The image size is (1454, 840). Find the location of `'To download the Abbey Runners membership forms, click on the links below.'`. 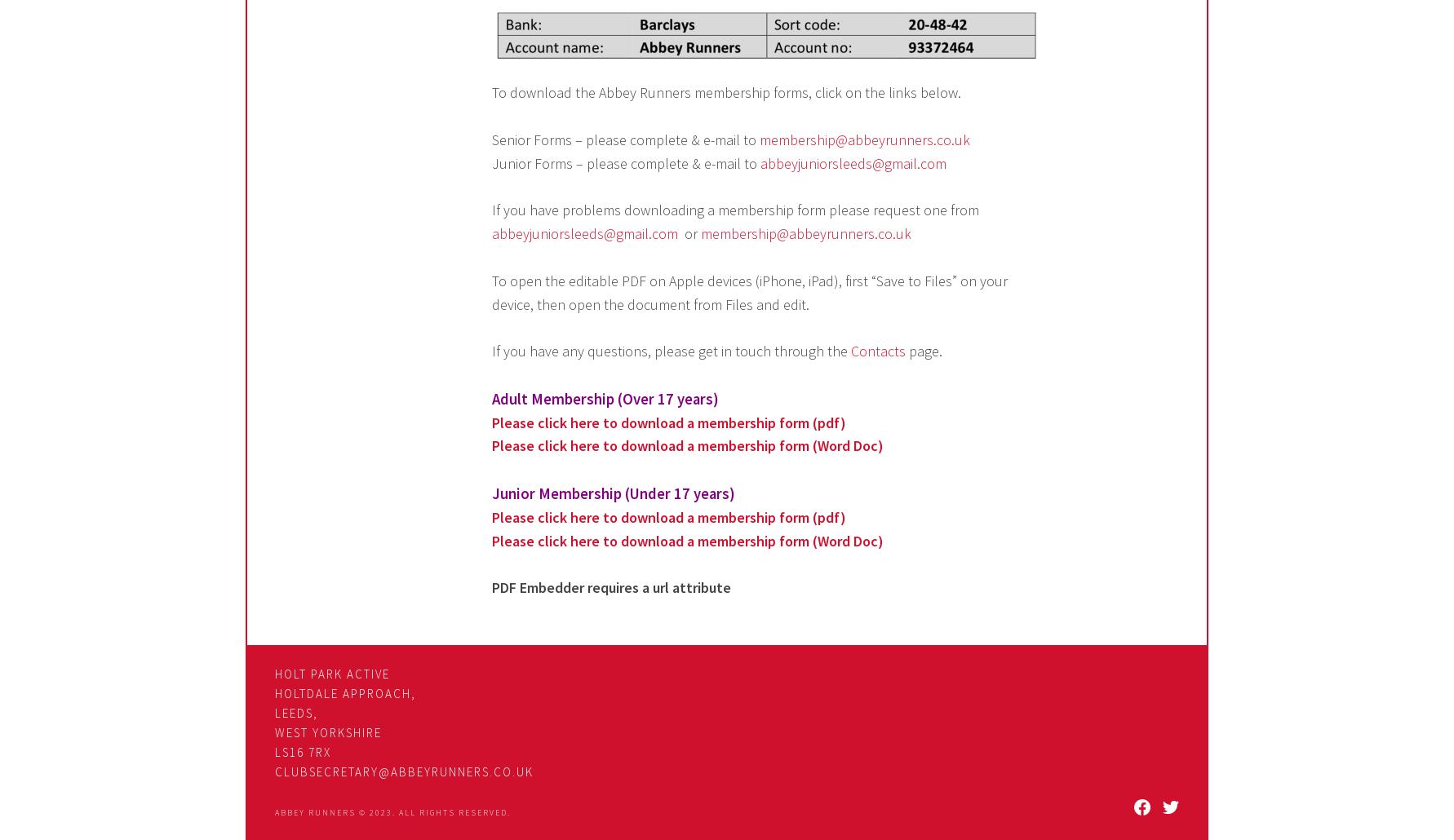

'To download the Abbey Runners membership forms, click on the links below.' is located at coordinates (725, 91).